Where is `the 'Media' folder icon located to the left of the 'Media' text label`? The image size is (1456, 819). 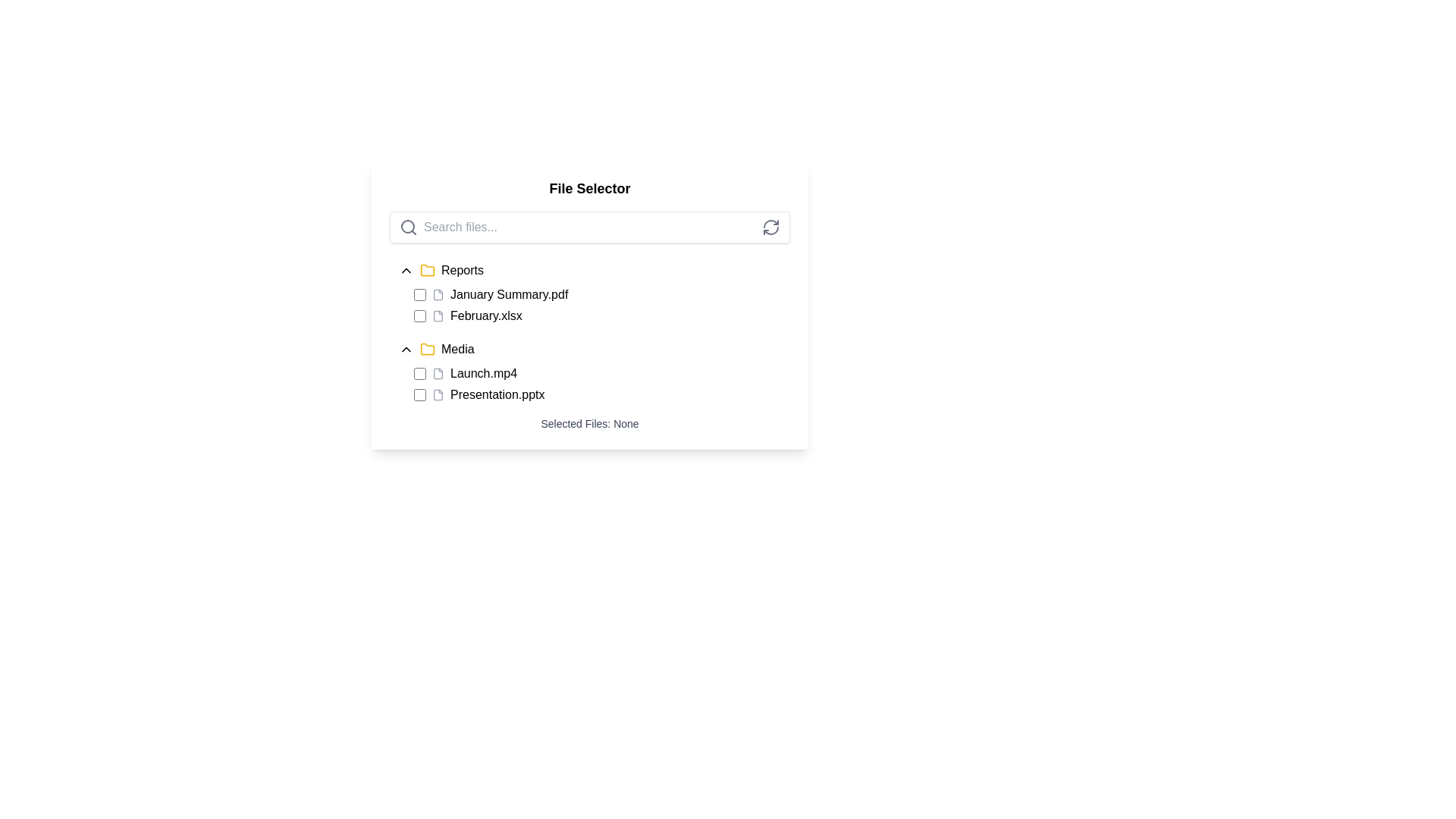 the 'Media' folder icon located to the left of the 'Media' text label is located at coordinates (427, 348).